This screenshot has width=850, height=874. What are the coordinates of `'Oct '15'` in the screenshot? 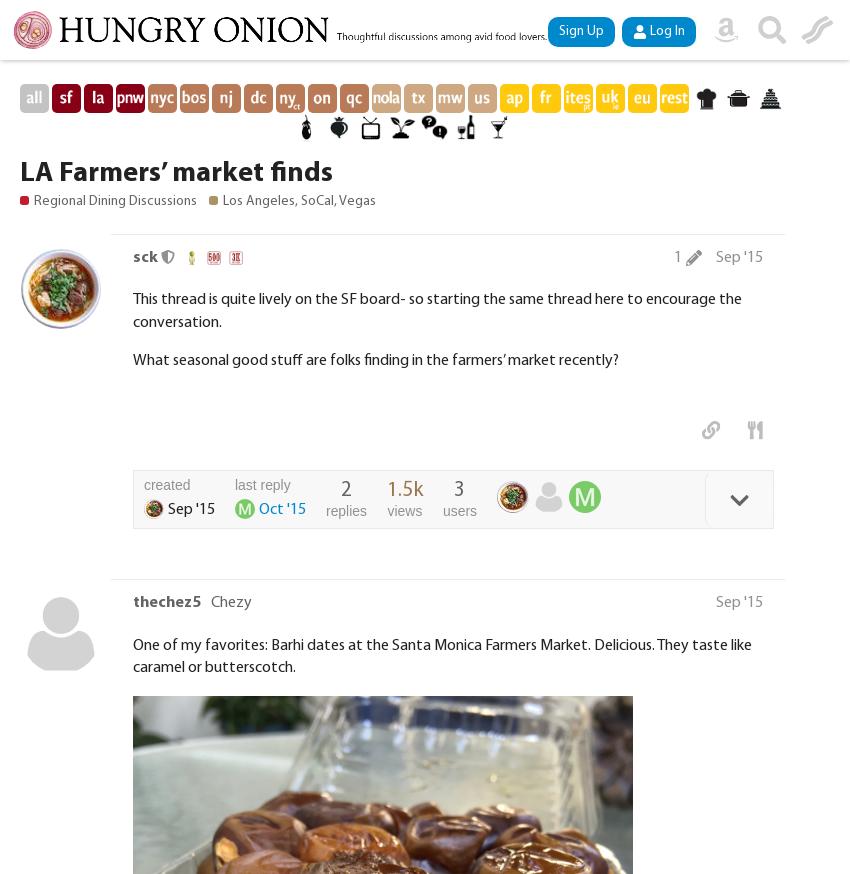 It's located at (281, 508).